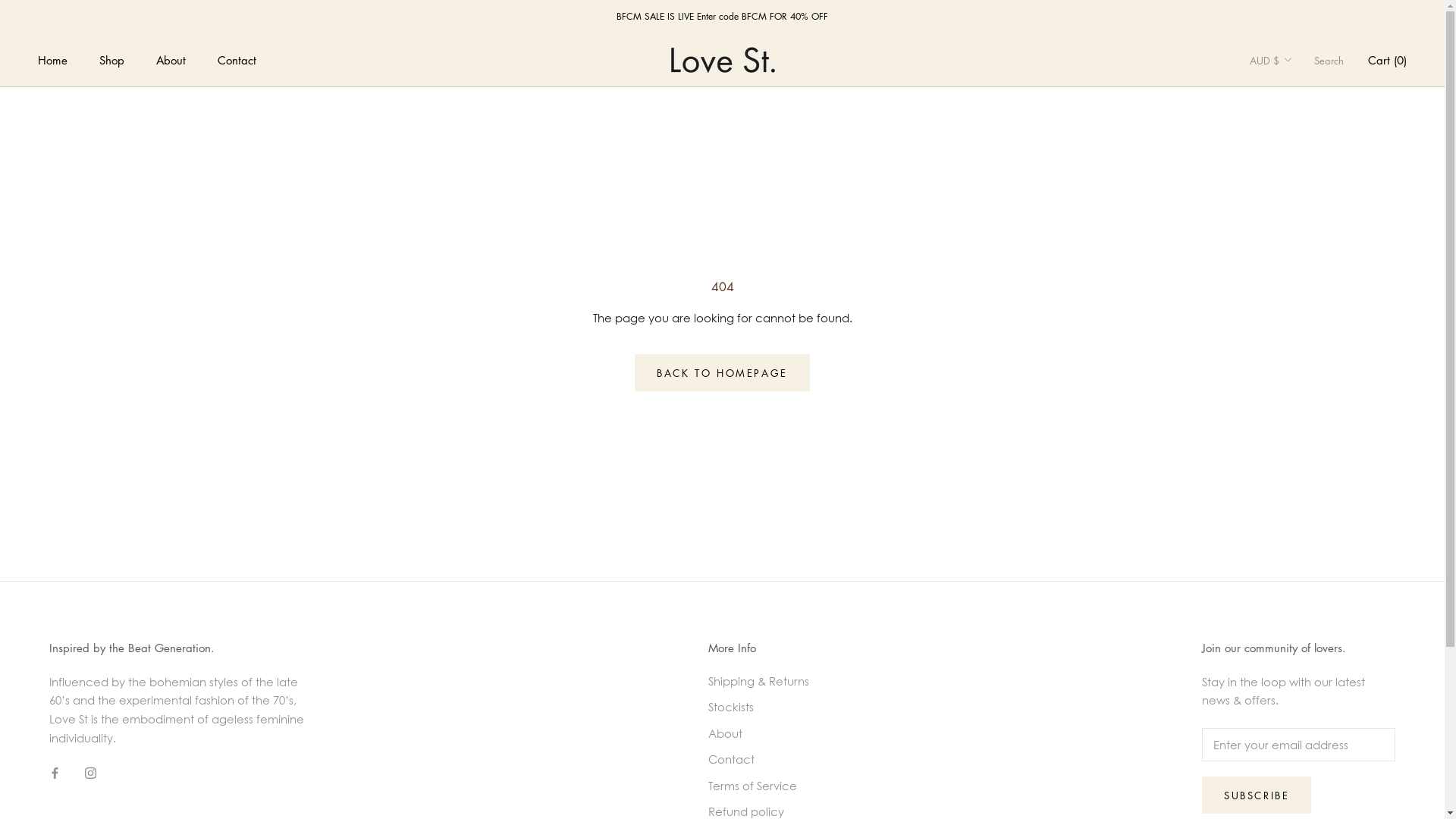 The image size is (1456, 819). What do you see at coordinates (1294, 572) in the screenshot?
I see `'CHF'` at bounding box center [1294, 572].